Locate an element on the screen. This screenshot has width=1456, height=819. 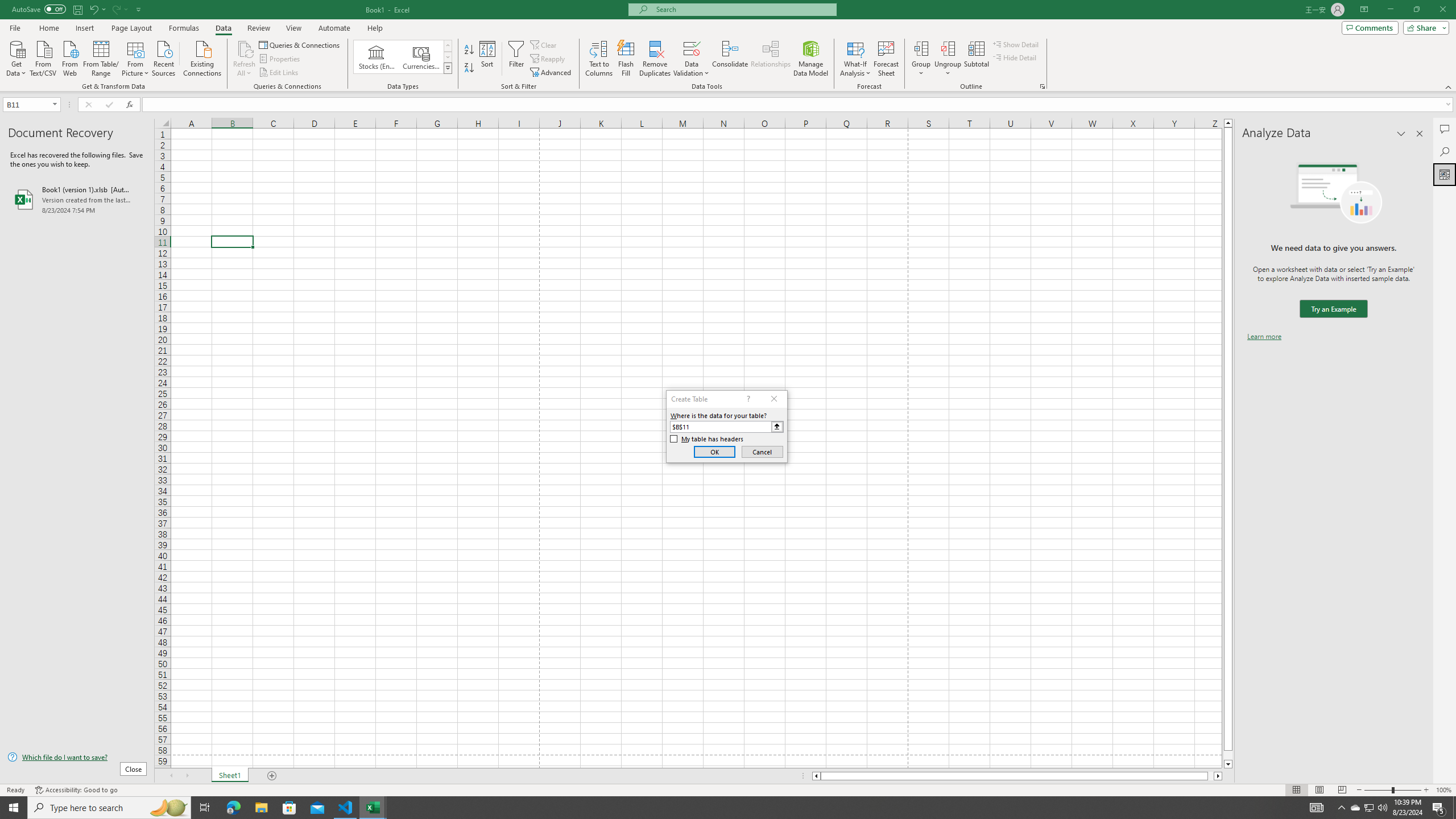
'Row Down' is located at coordinates (448, 56).